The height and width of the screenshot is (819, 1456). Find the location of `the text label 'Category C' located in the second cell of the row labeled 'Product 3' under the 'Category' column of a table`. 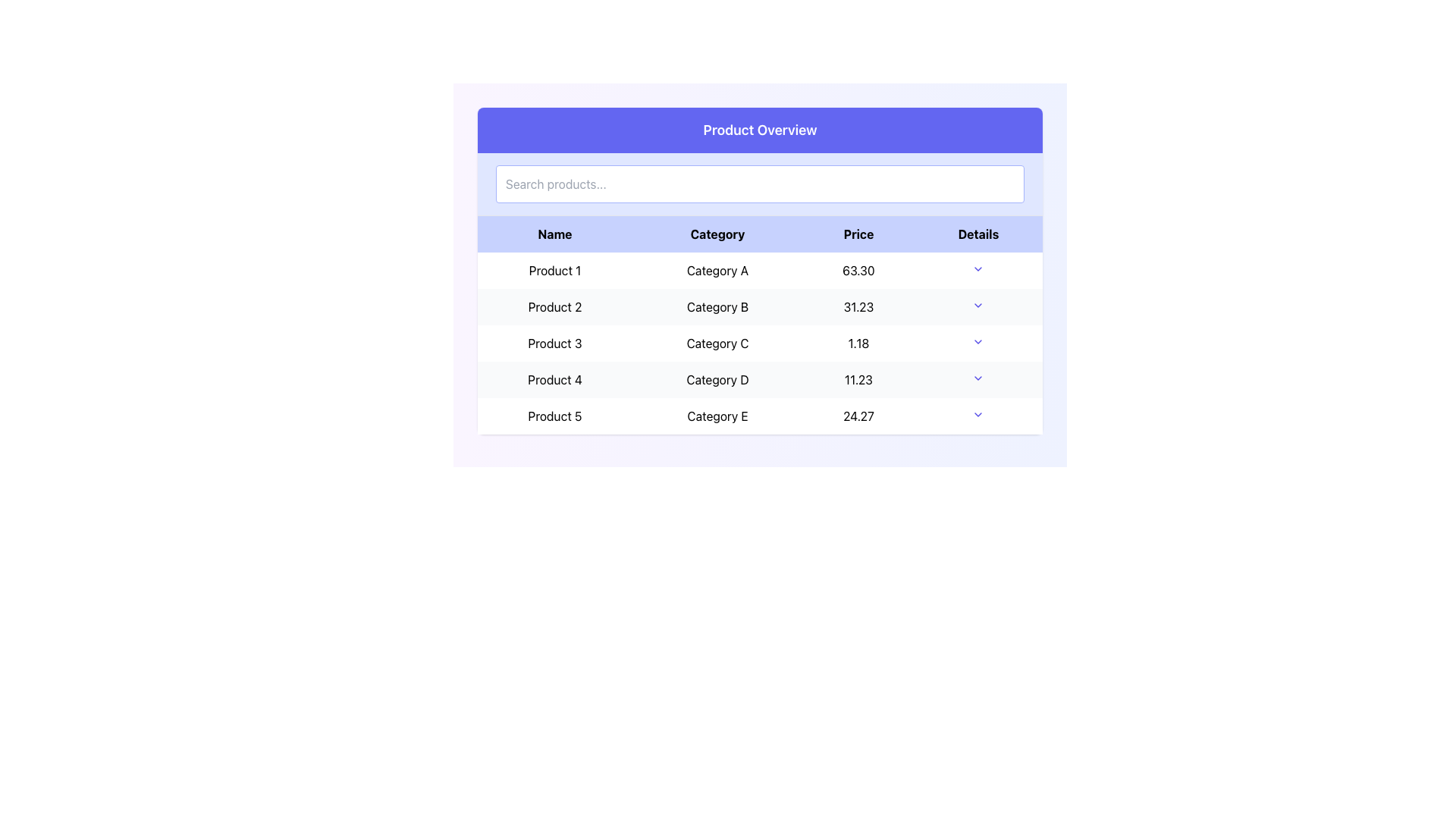

the text label 'Category C' located in the second cell of the row labeled 'Product 3' under the 'Category' column of a table is located at coordinates (717, 343).